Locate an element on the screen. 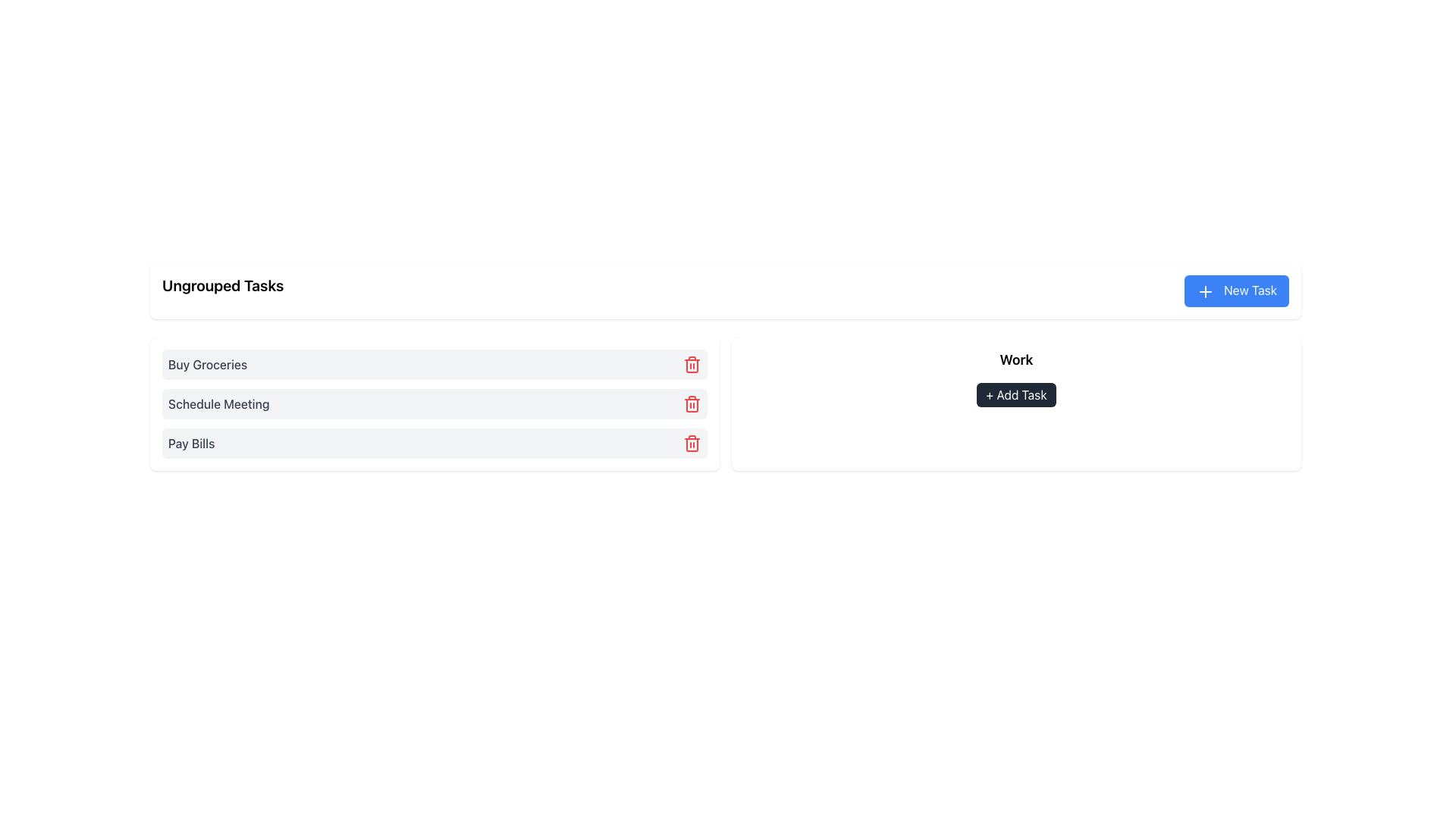 This screenshot has height=819, width=1456. the 'New Task' button icon, which serves as a visual indicator for adding a new task, located in the upper-right area of the layout is located at coordinates (1204, 291).